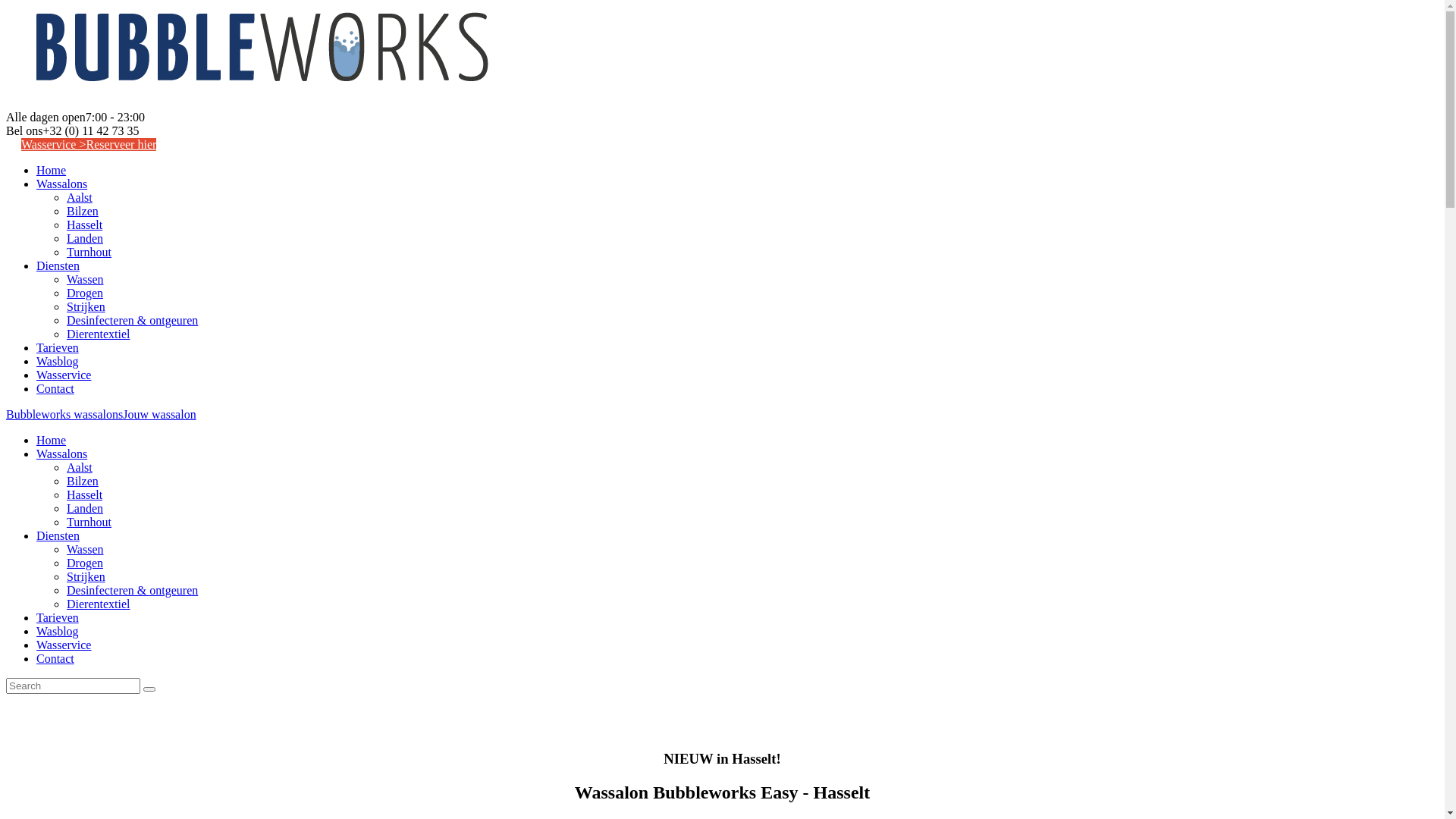 The width and height of the screenshot is (1456, 819). I want to click on 'Bubbleworks wassalonsJouw wassalon', so click(100, 414).